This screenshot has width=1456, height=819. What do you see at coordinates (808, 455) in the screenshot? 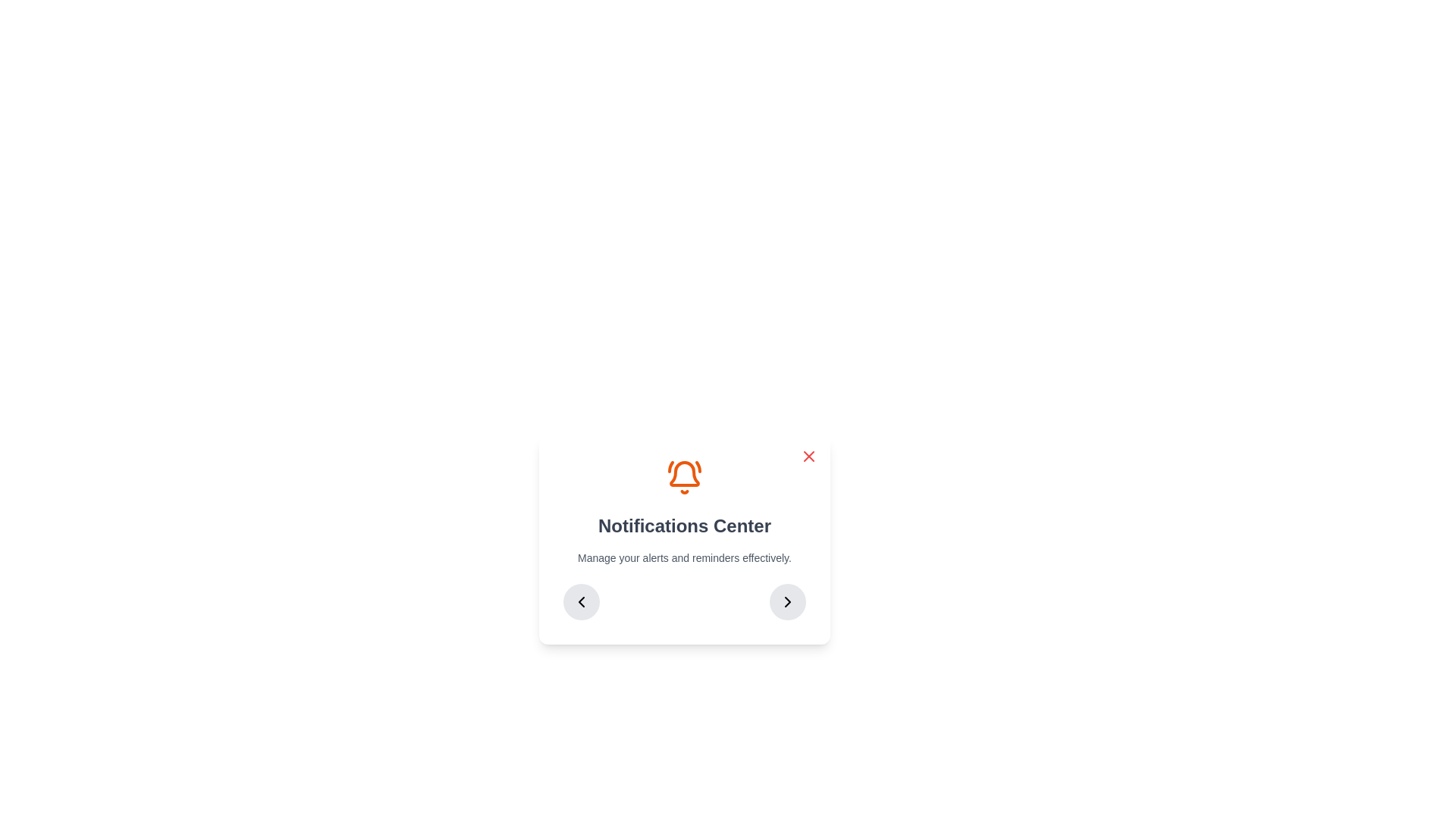
I see `the close button located at the top-right corner of the 'Notifications Center' panel to change its style` at bounding box center [808, 455].